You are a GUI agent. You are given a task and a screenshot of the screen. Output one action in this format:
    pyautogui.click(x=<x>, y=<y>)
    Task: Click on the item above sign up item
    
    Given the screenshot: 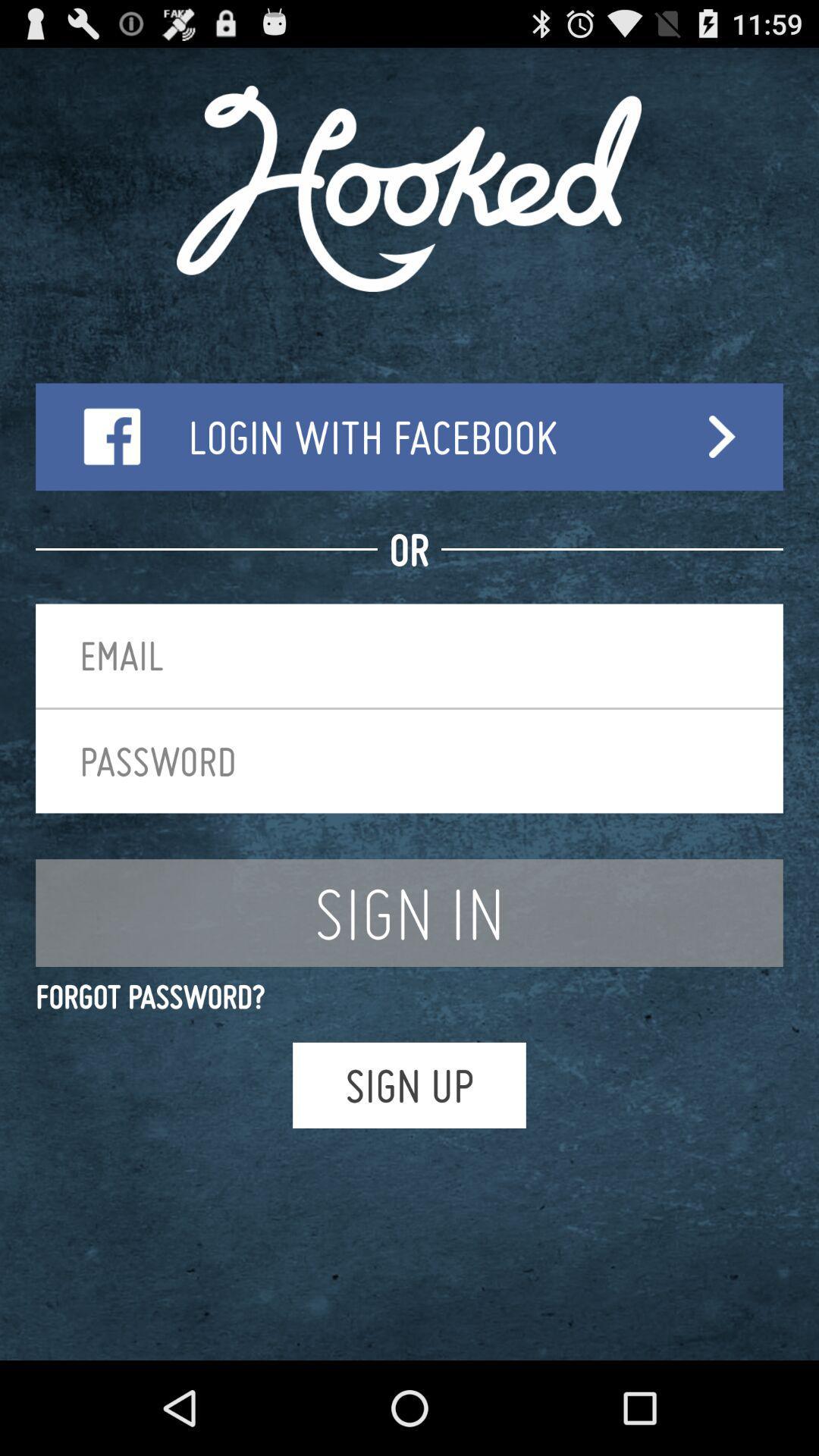 What is the action you would take?
    pyautogui.click(x=409, y=996)
    